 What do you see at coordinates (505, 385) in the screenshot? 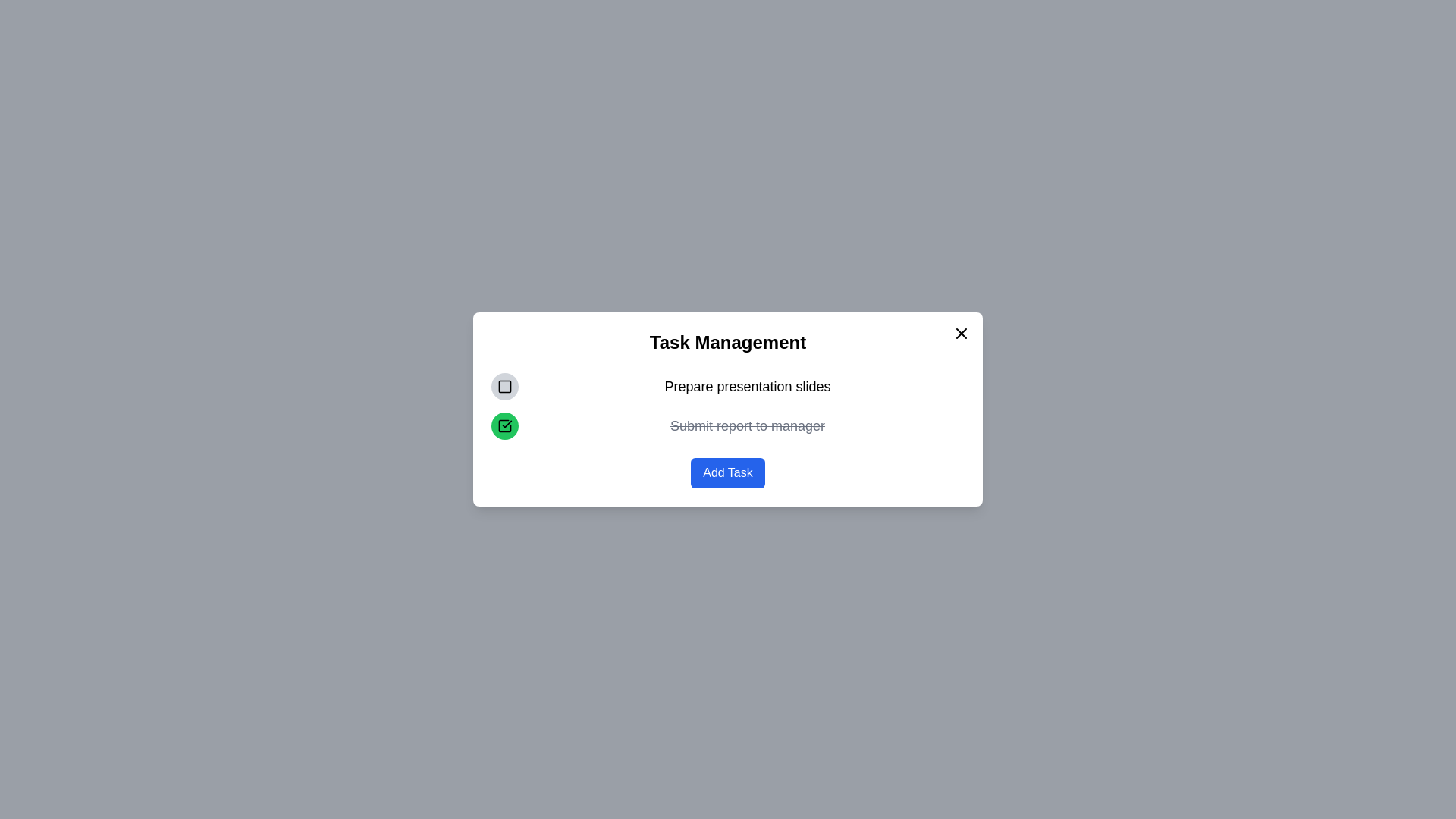
I see `the upper square icon located to the left of the modal content, serving as a visual indicator or action button` at bounding box center [505, 385].